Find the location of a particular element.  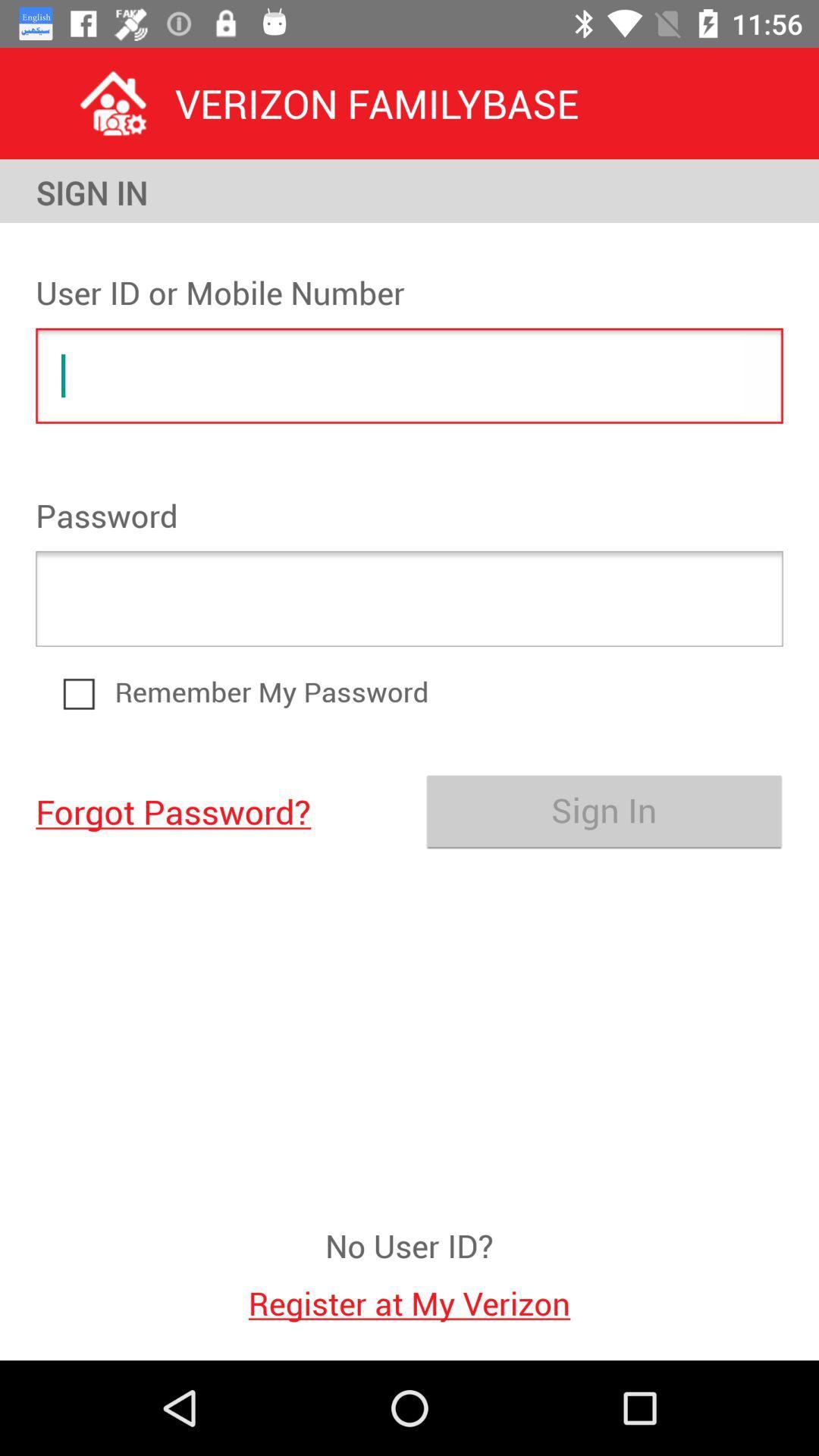

the register at my icon is located at coordinates (409, 1294).